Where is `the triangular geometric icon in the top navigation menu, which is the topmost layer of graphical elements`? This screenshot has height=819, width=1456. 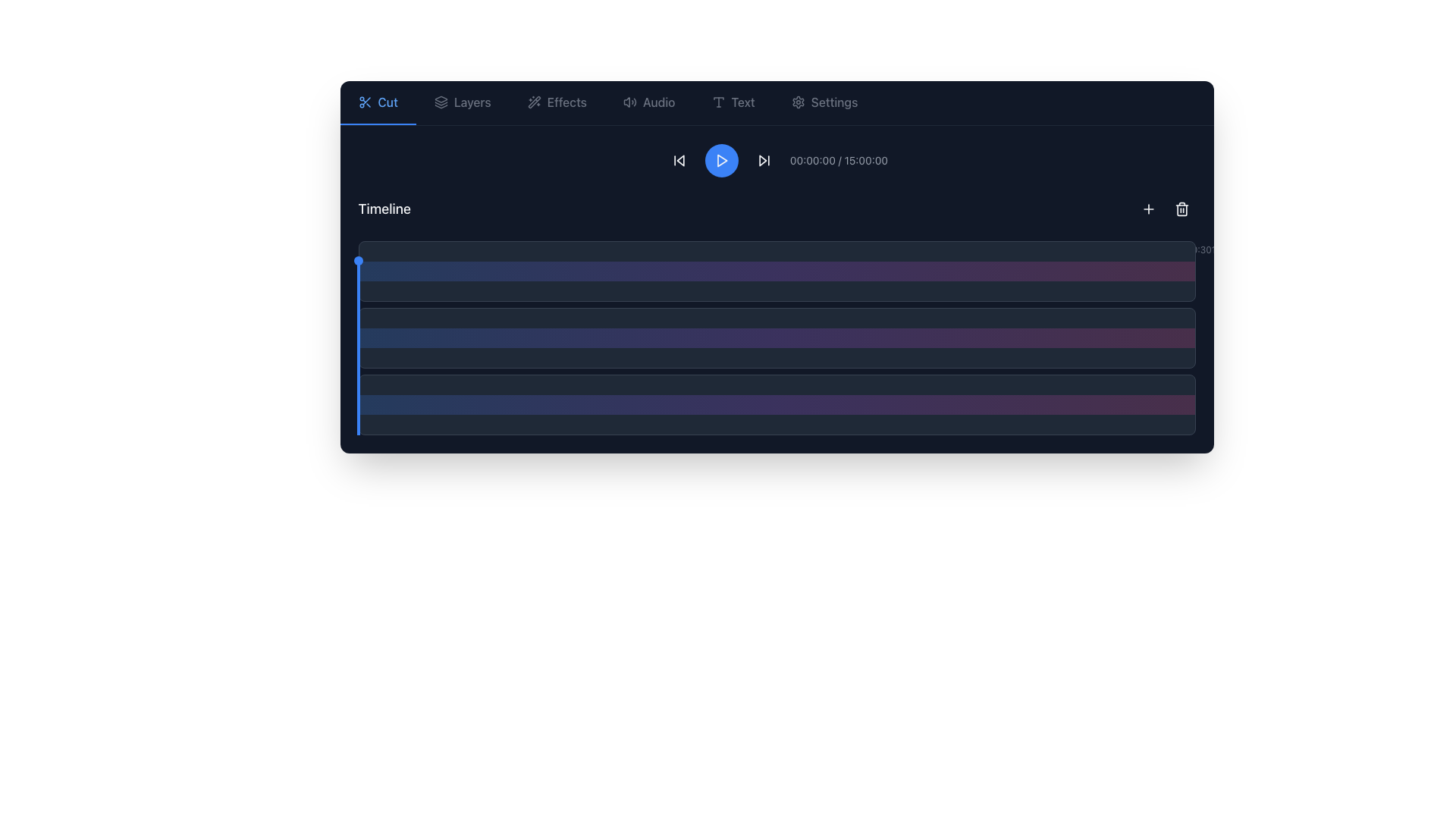 the triangular geometric icon in the top navigation menu, which is the topmost layer of graphical elements is located at coordinates (440, 99).